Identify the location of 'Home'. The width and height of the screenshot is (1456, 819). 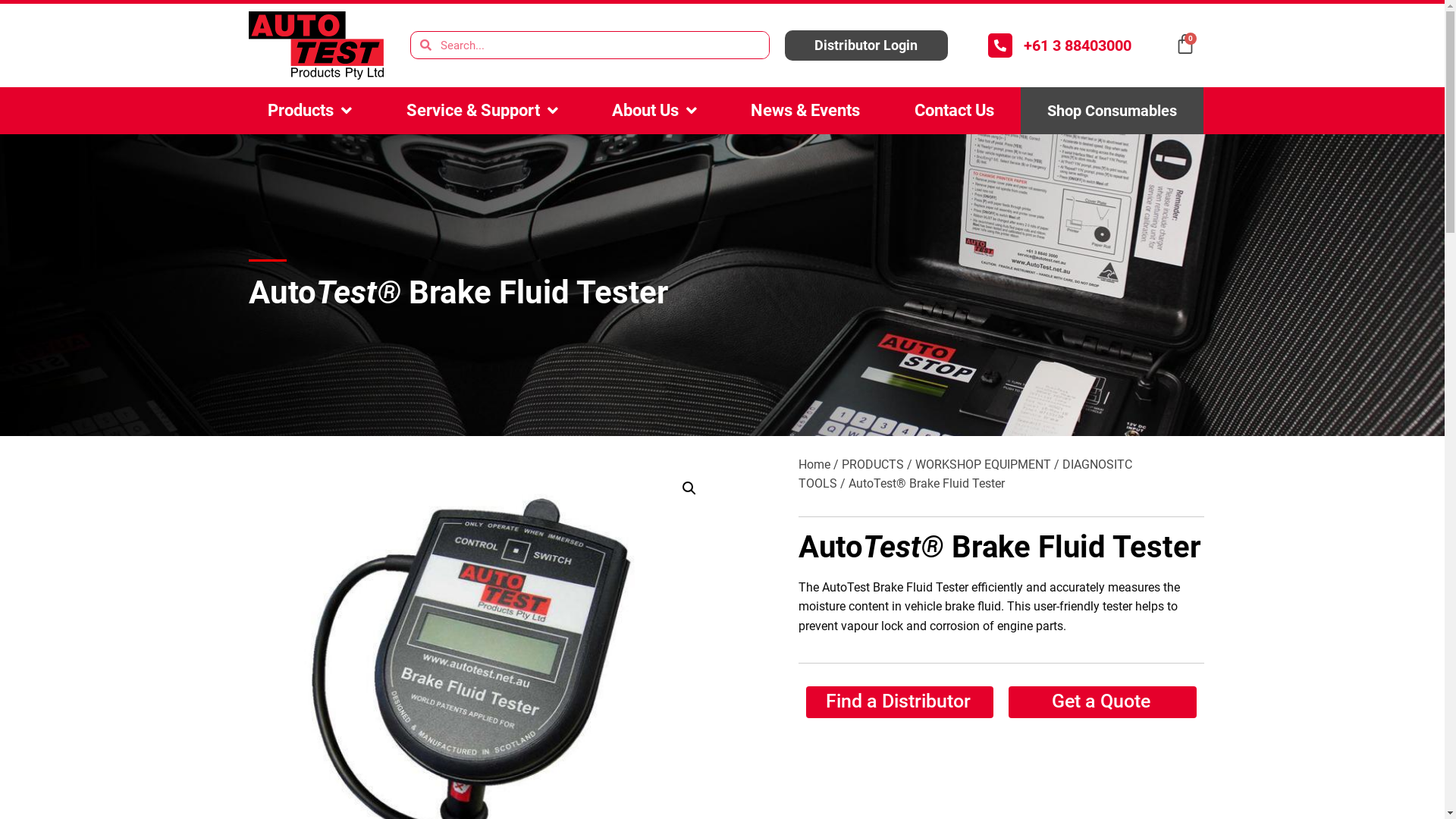
(796, 463).